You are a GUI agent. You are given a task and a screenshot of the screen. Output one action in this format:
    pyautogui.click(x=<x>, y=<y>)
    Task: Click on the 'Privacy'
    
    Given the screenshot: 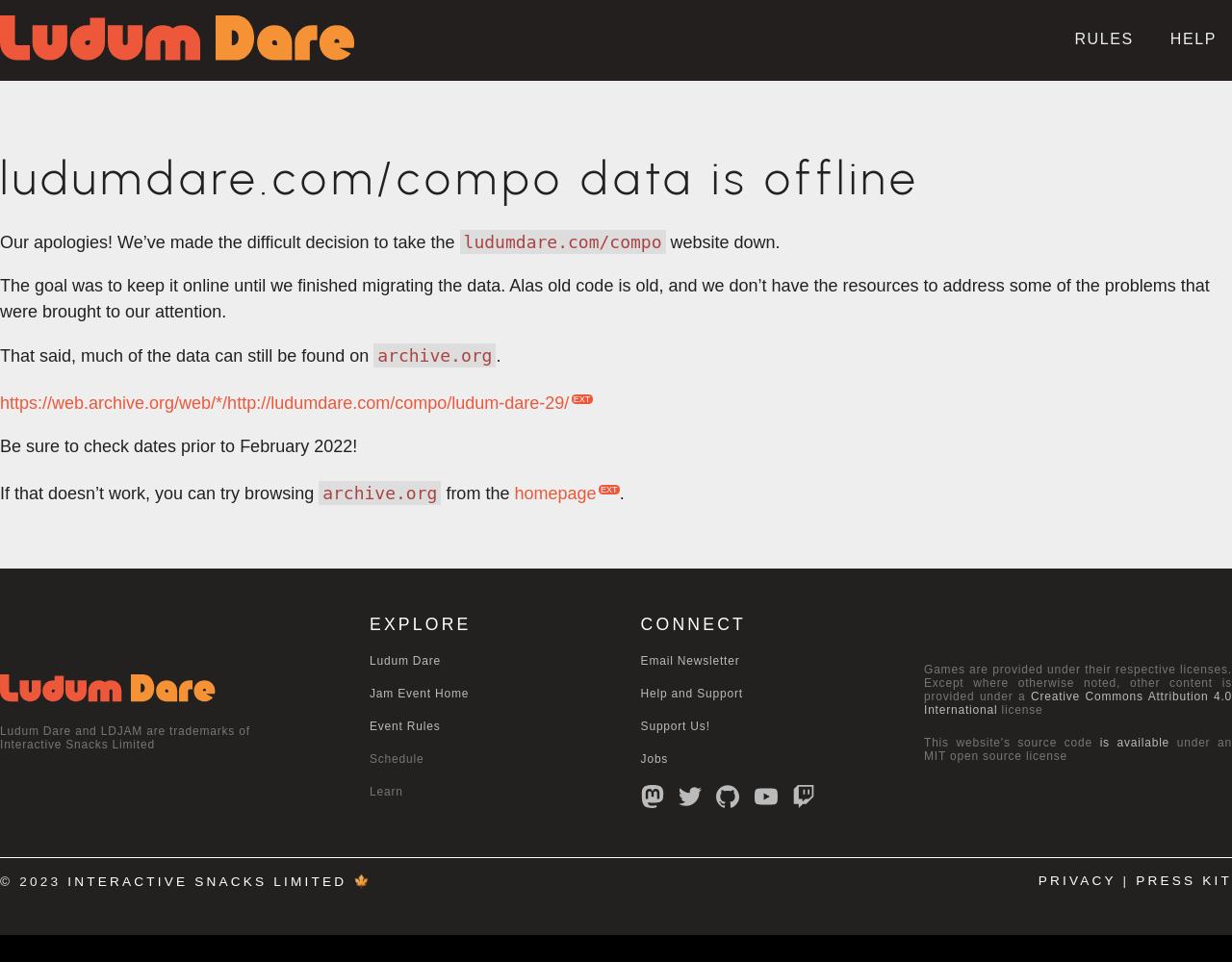 What is the action you would take?
    pyautogui.click(x=1075, y=880)
    